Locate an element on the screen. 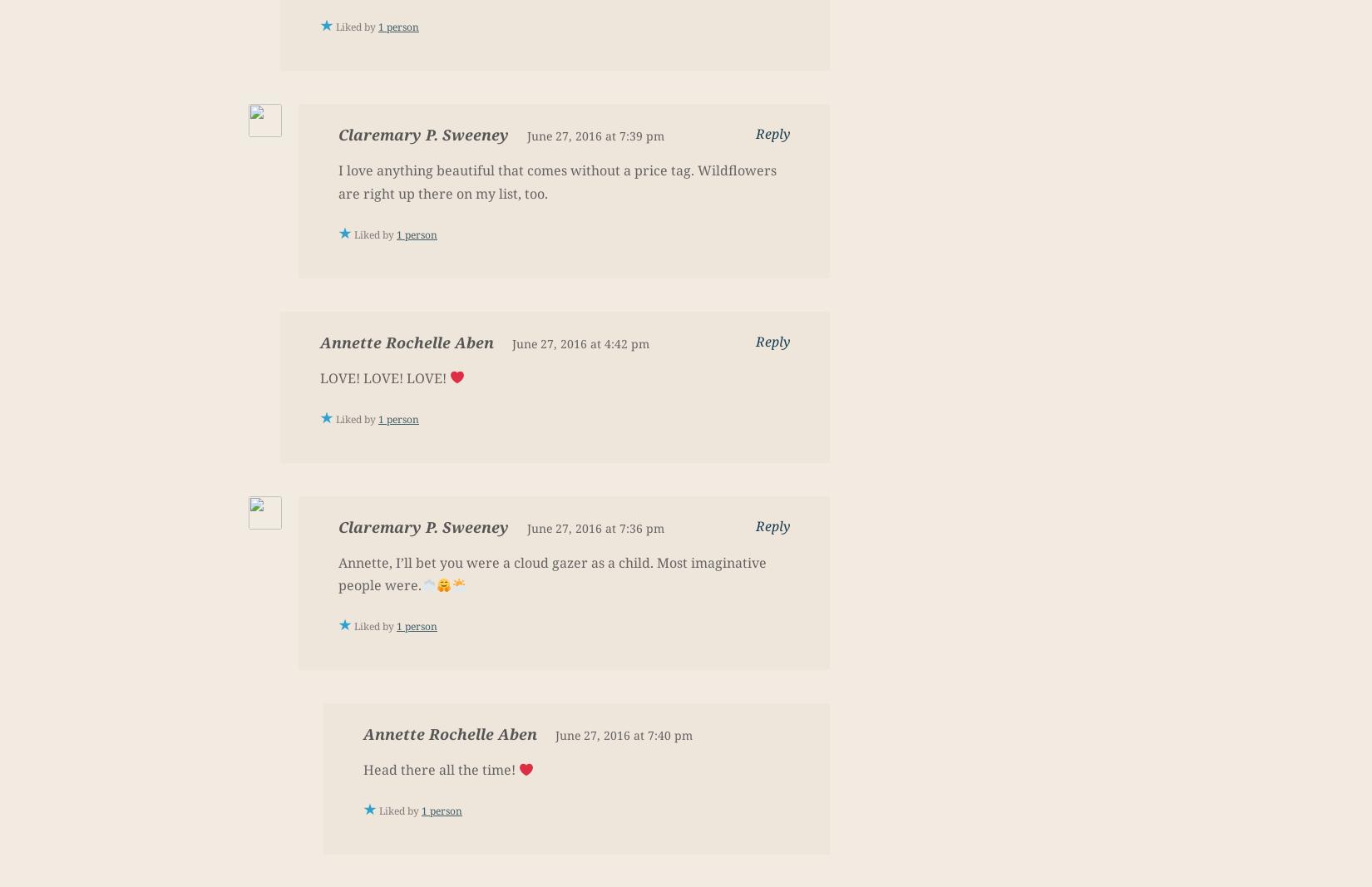 Image resolution: width=1372 pixels, height=887 pixels. 'June 27, 2016 at 7:36 pm' is located at coordinates (595, 527).